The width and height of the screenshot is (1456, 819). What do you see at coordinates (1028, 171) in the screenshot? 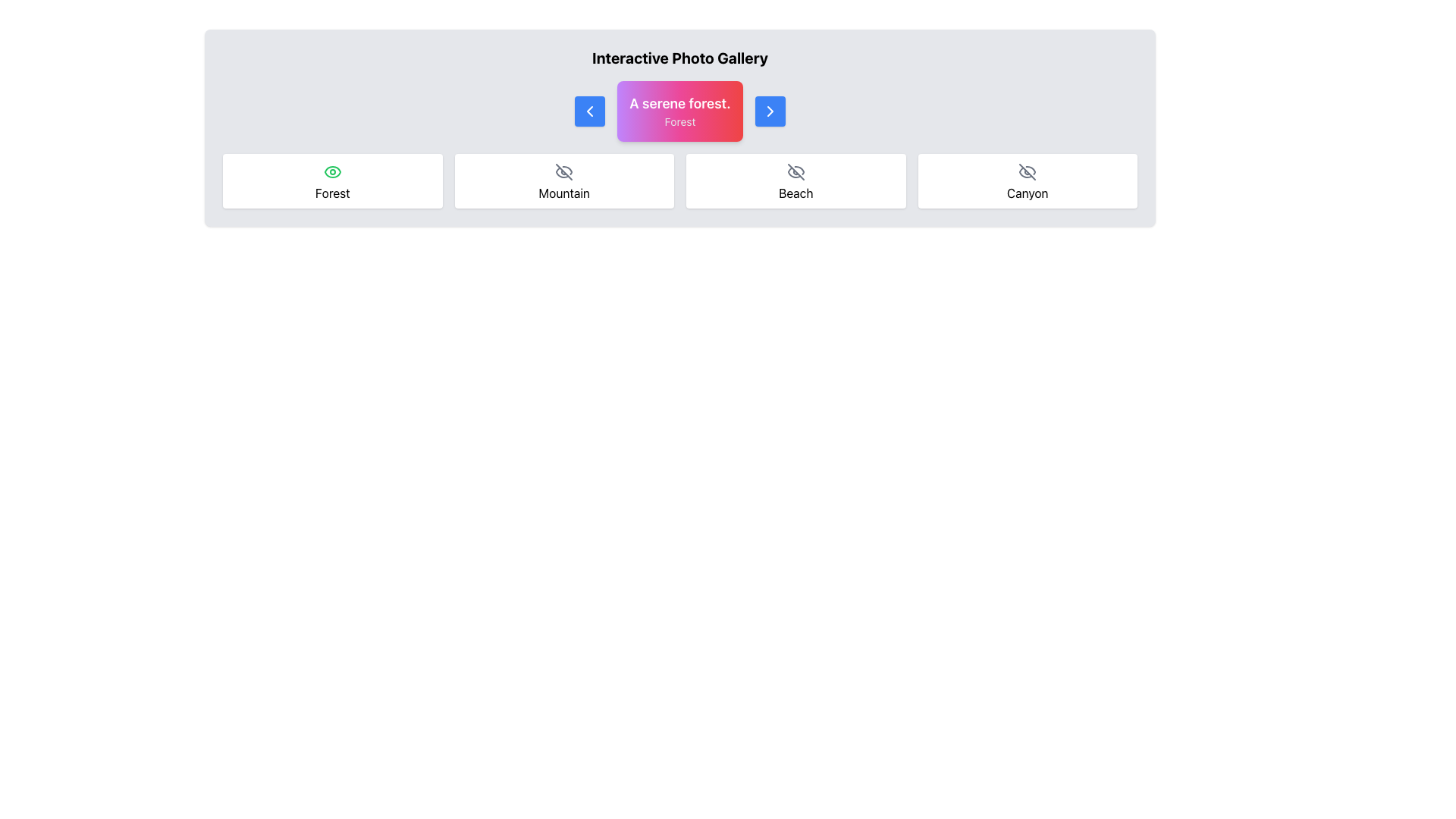
I see `the visibility toggle button for the 'Canyon' section using keyboard navigation` at bounding box center [1028, 171].